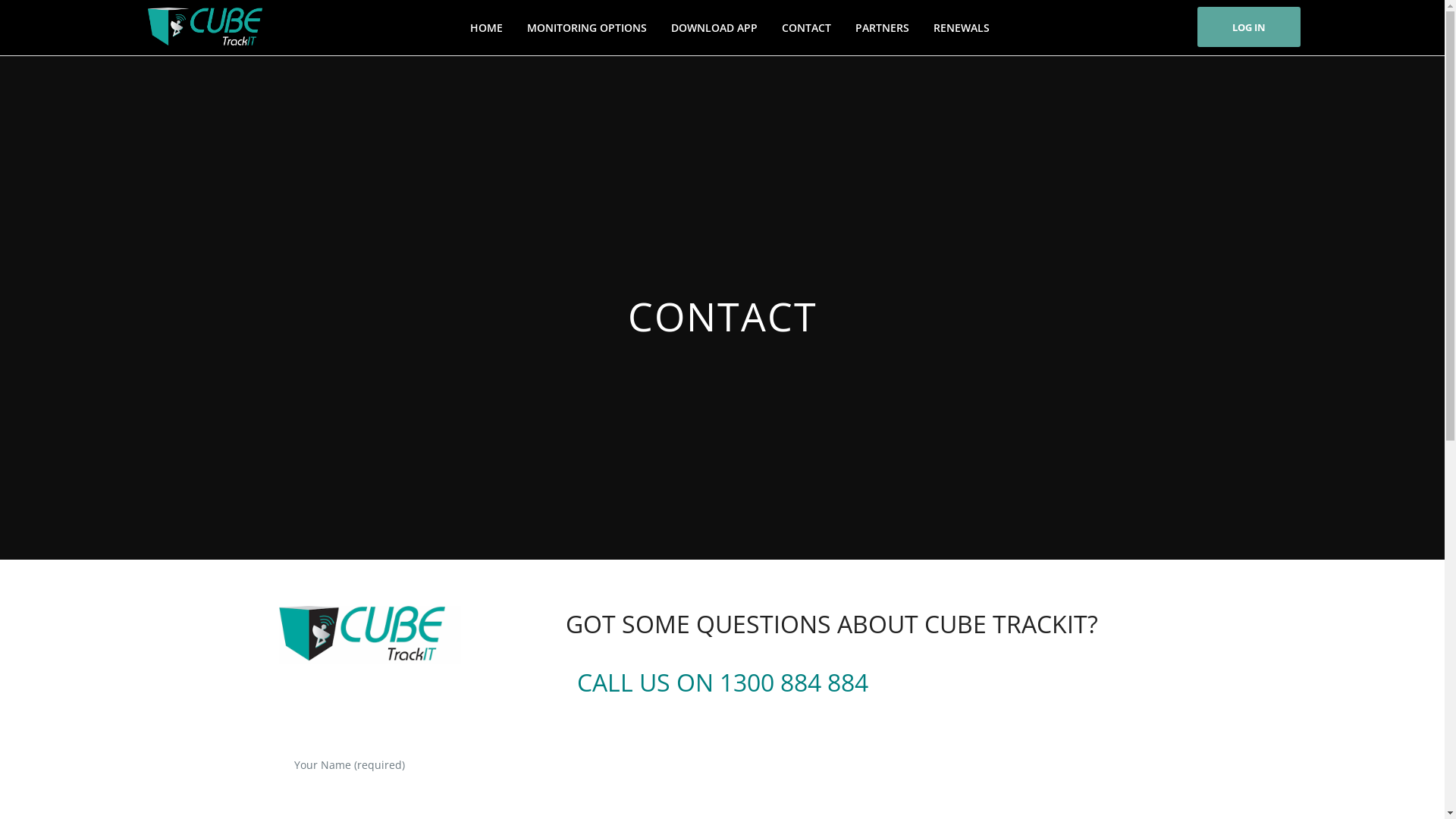 Image resolution: width=1456 pixels, height=819 pixels. What do you see at coordinates (713, 27) in the screenshot?
I see `'DOWNLOAD APP'` at bounding box center [713, 27].